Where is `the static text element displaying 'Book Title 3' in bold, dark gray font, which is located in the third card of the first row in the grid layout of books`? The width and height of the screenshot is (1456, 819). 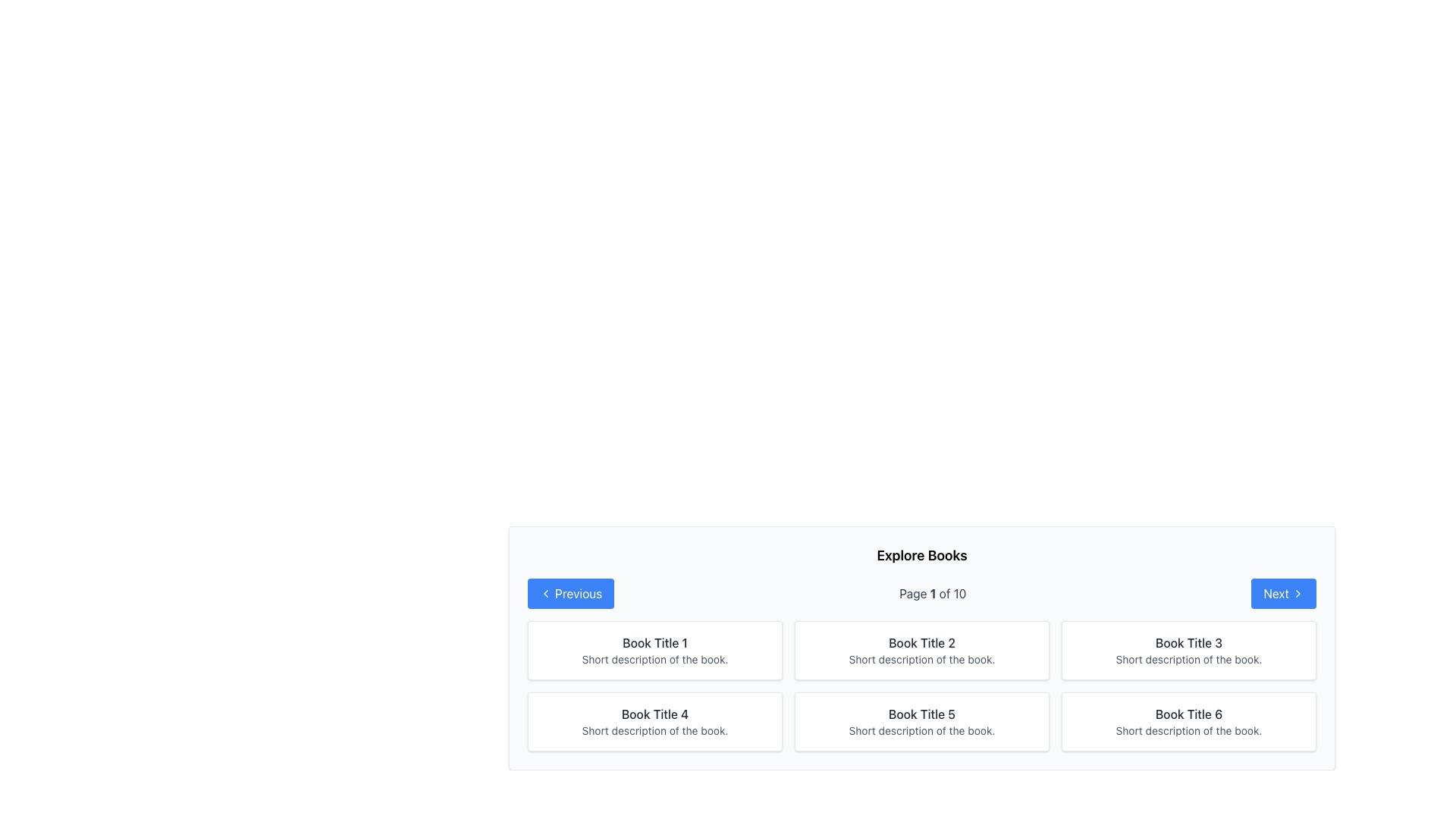
the static text element displaying 'Book Title 3' in bold, dark gray font, which is located in the third card of the first row in the grid layout of books is located at coordinates (1188, 643).